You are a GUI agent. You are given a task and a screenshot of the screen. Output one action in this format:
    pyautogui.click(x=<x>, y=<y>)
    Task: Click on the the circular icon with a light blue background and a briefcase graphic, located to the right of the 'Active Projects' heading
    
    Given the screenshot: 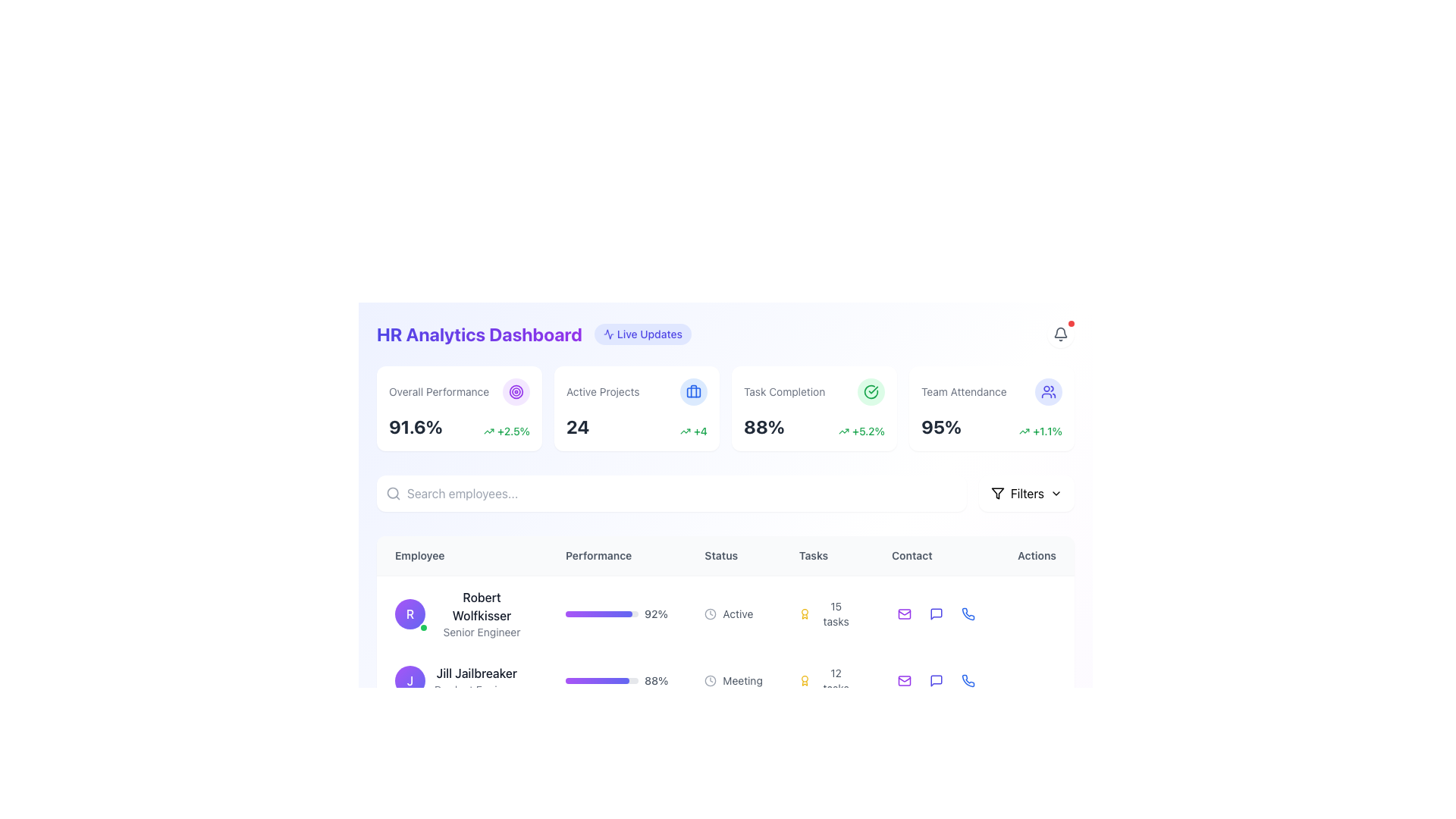 What is the action you would take?
    pyautogui.click(x=693, y=391)
    